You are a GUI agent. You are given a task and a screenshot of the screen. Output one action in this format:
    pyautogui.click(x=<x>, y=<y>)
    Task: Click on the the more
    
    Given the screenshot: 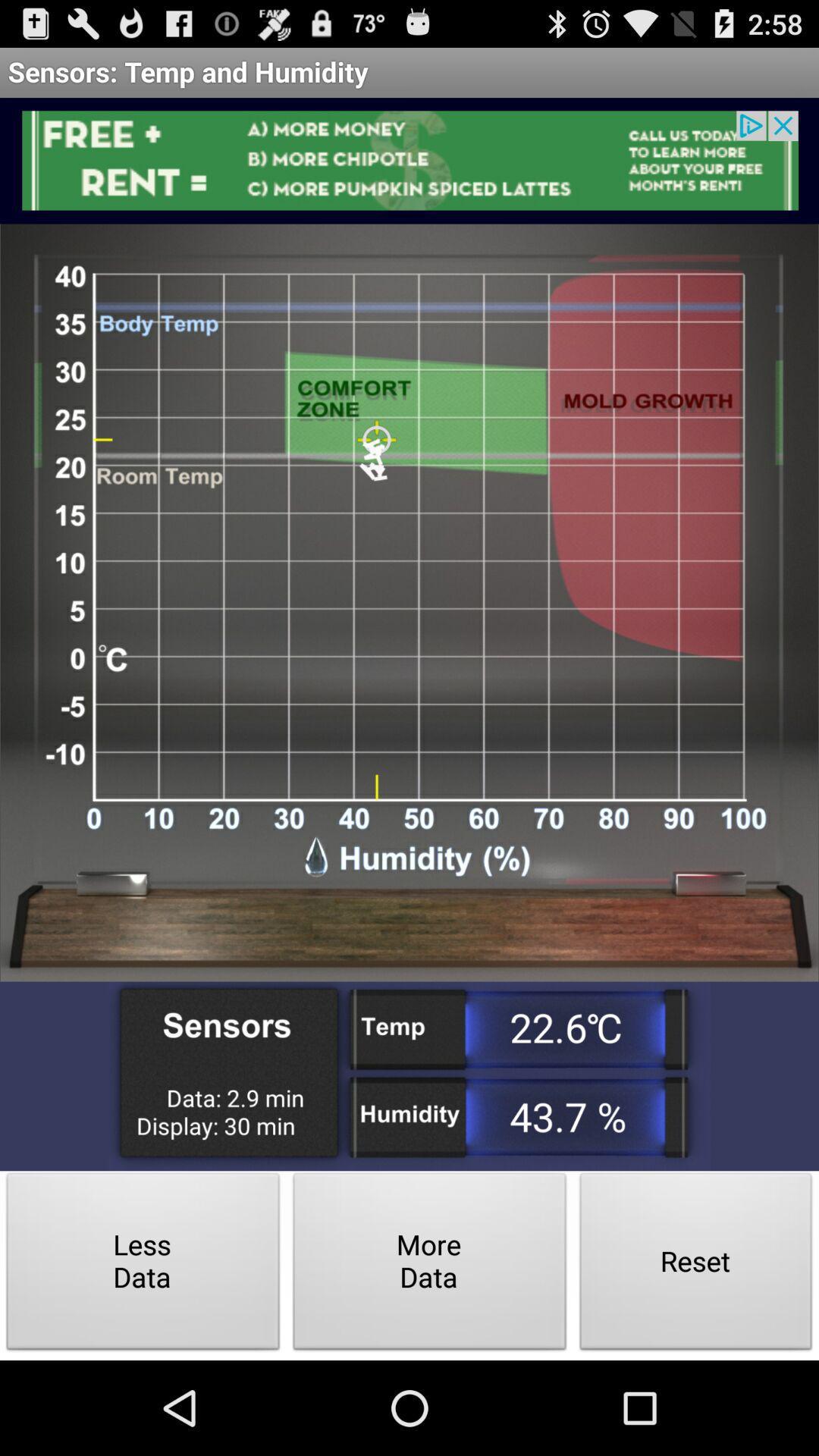 What is the action you would take?
    pyautogui.click(x=430, y=1266)
    